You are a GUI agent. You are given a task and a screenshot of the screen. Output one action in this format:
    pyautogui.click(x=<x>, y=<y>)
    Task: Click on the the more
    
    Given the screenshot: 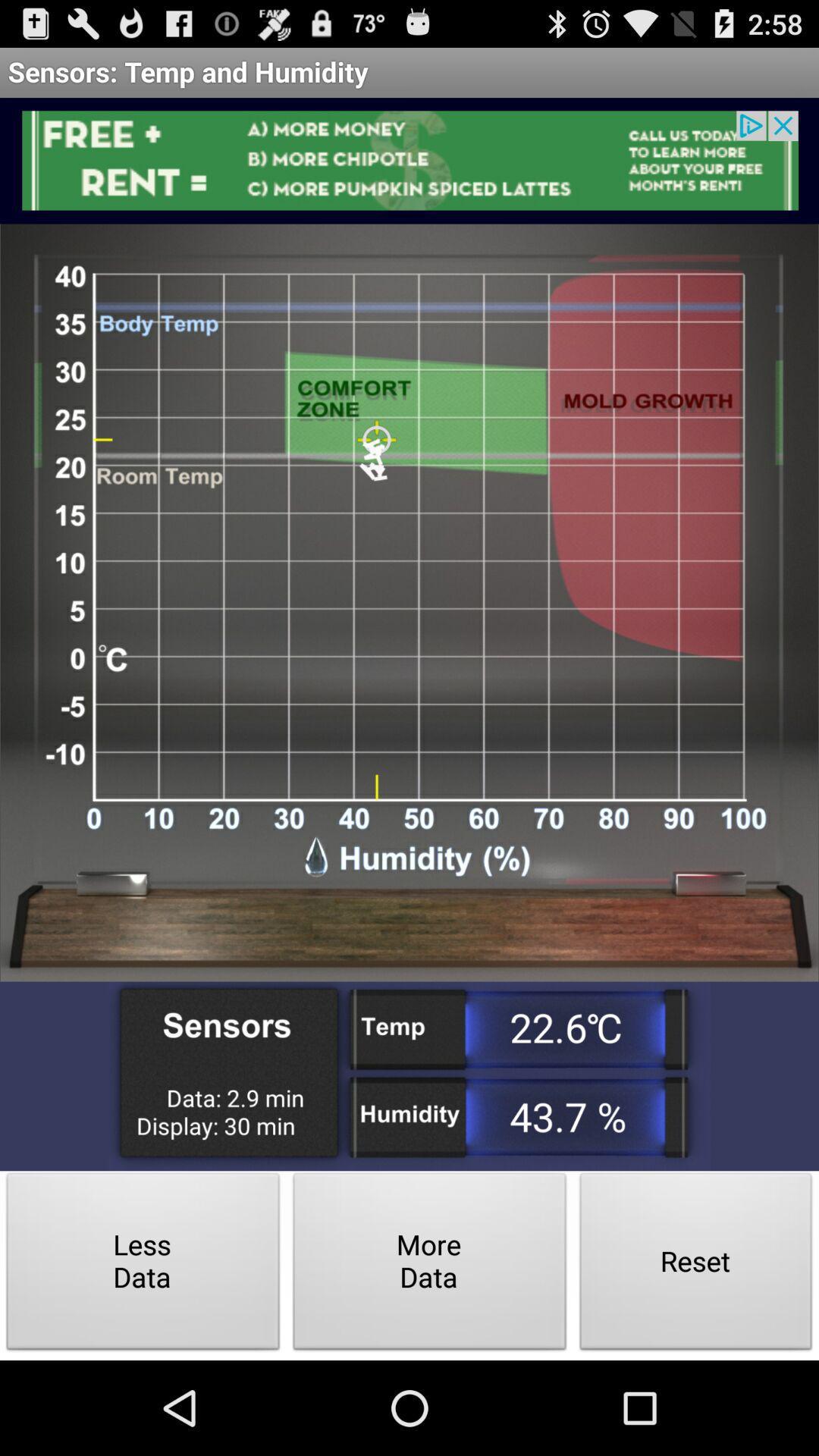 What is the action you would take?
    pyautogui.click(x=430, y=1266)
    